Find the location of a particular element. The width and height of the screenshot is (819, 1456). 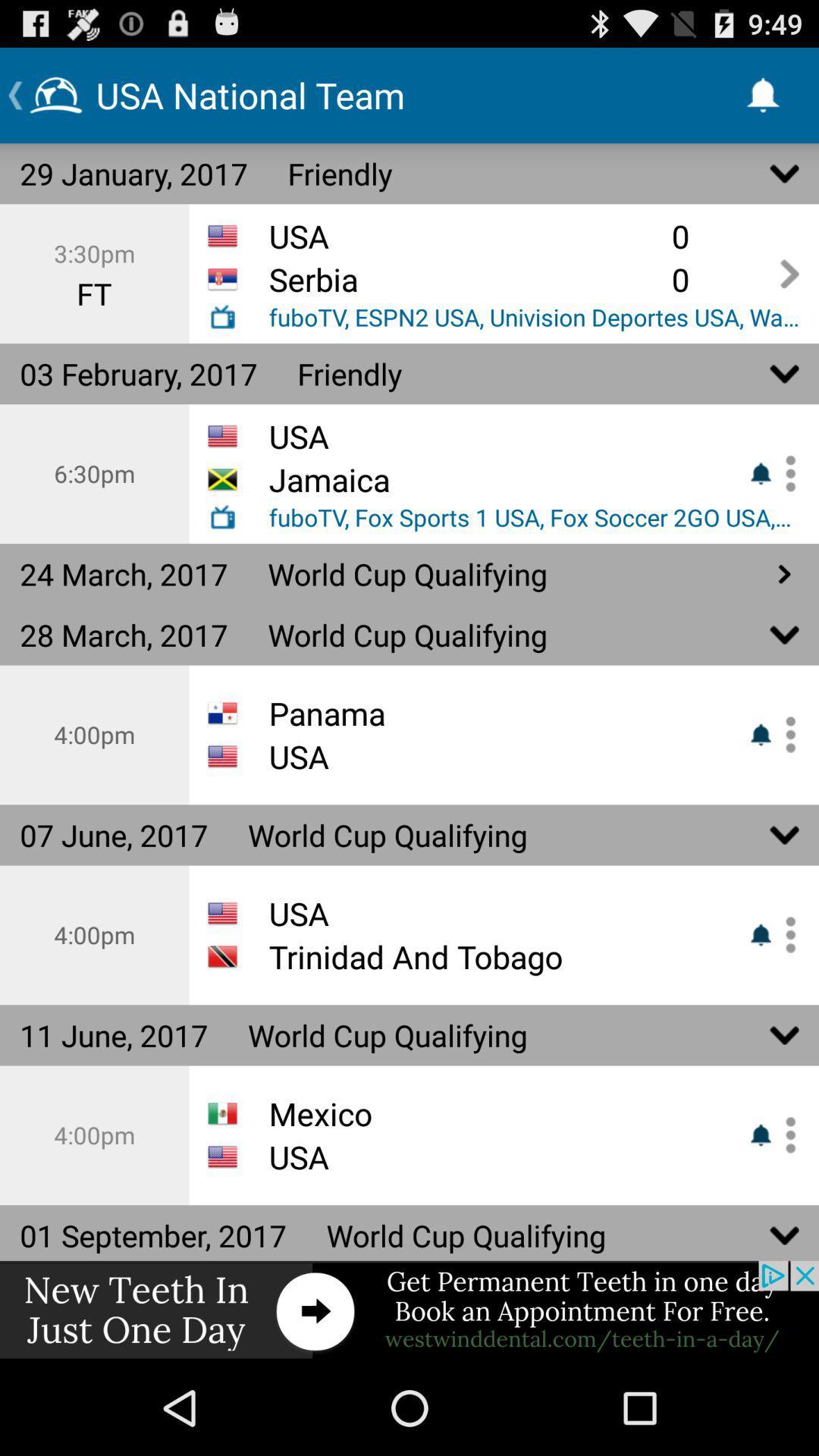

enable or disable notification is located at coordinates (785, 1135).